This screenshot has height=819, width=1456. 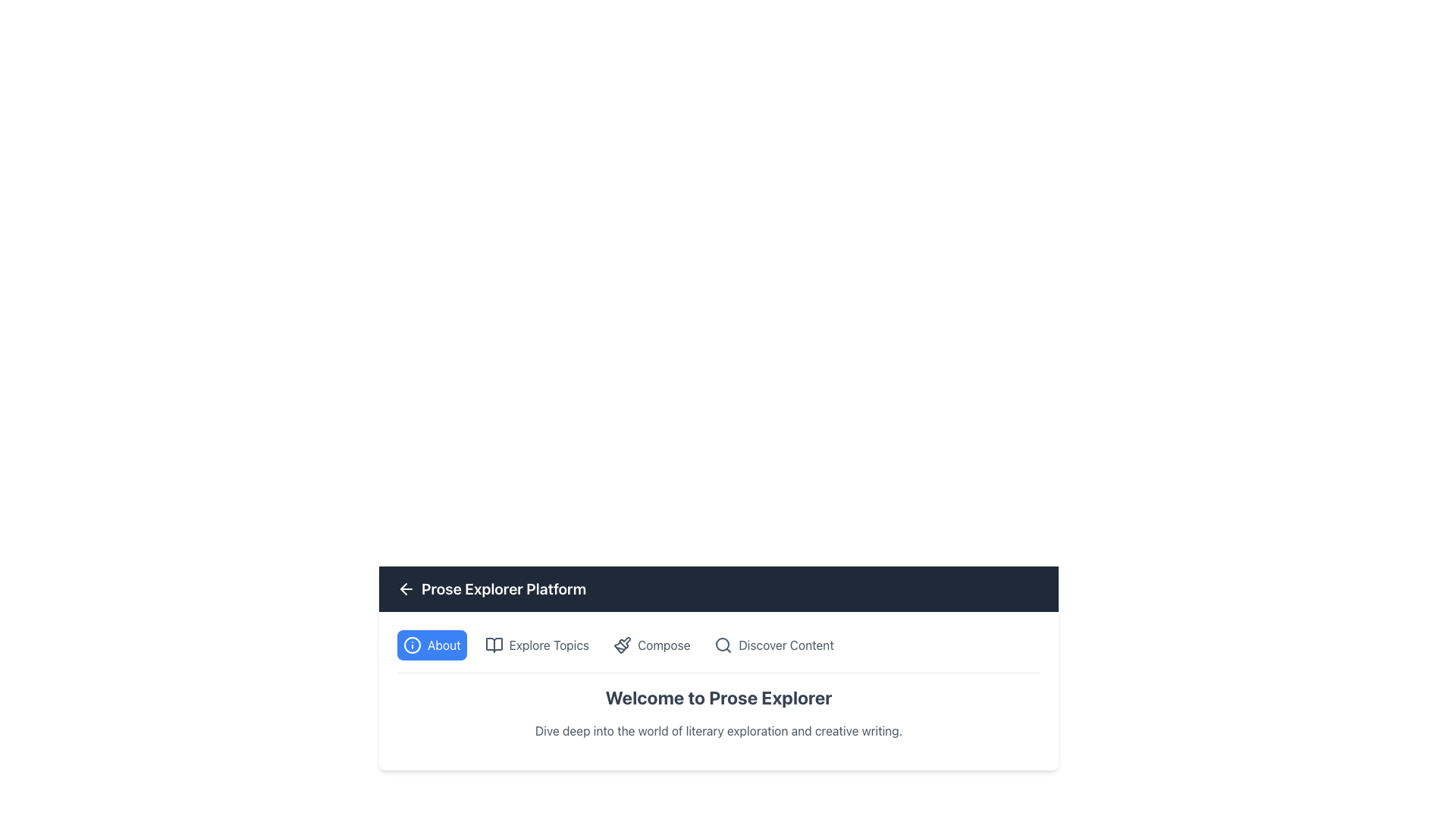 What do you see at coordinates (403, 588) in the screenshot?
I see `the left-pointing arrow icon located in the top-left corner of the header bar` at bounding box center [403, 588].